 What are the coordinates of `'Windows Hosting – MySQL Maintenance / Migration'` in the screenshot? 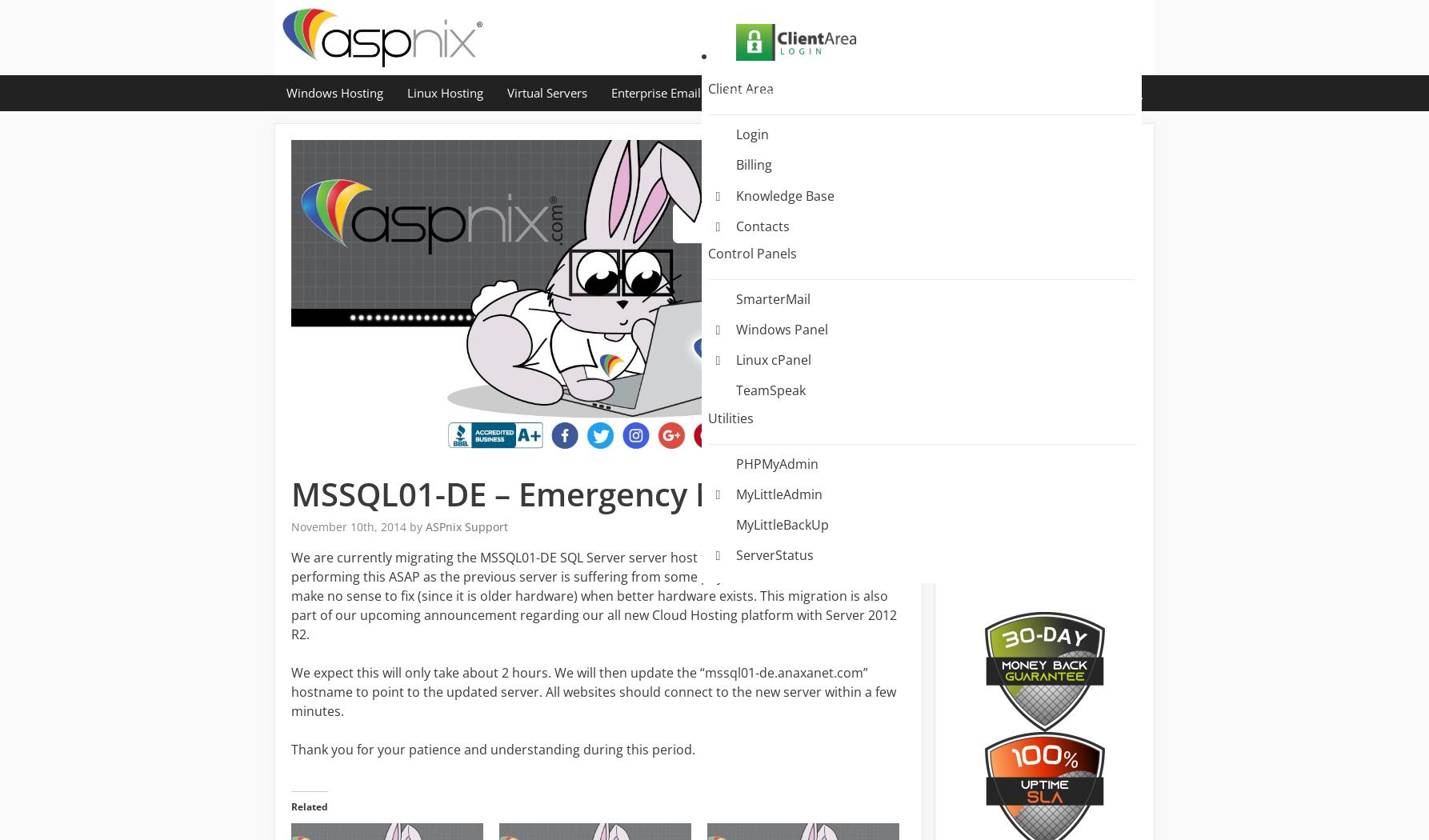 It's located at (989, 323).